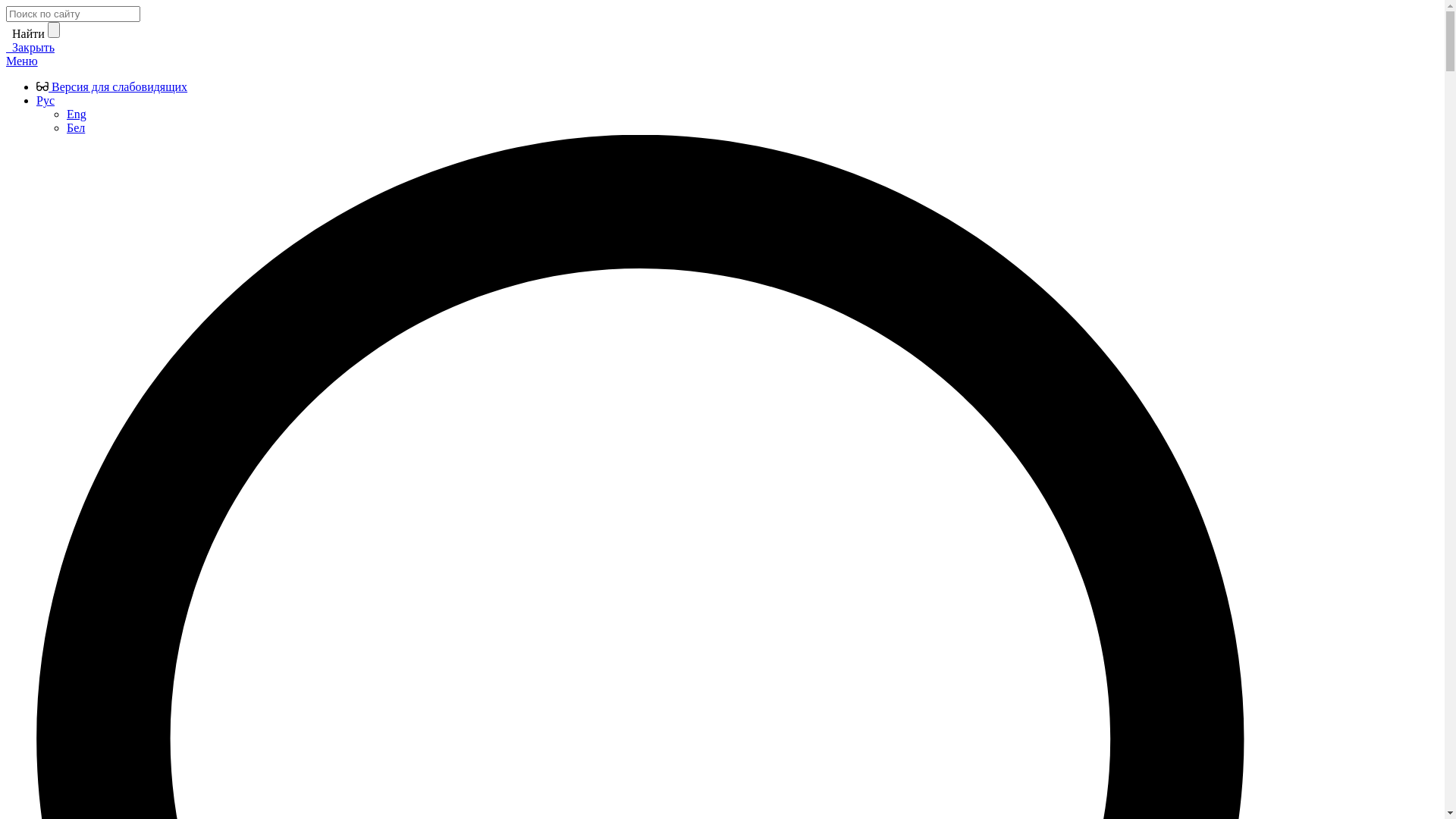 The image size is (1456, 819). What do you see at coordinates (75, 113) in the screenshot?
I see `'Eng'` at bounding box center [75, 113].